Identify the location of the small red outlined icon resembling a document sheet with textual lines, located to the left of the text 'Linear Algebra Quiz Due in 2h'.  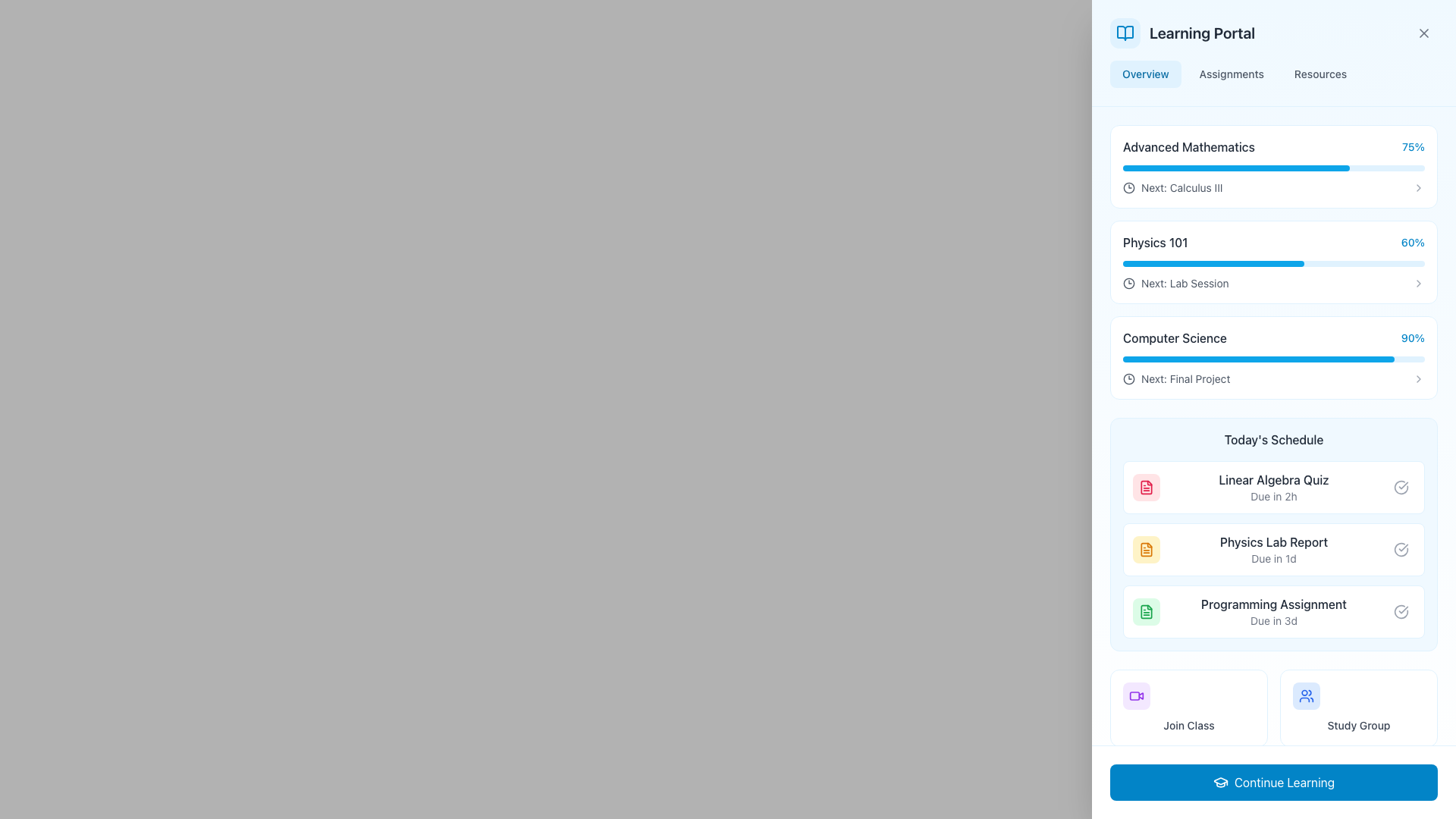
(1147, 488).